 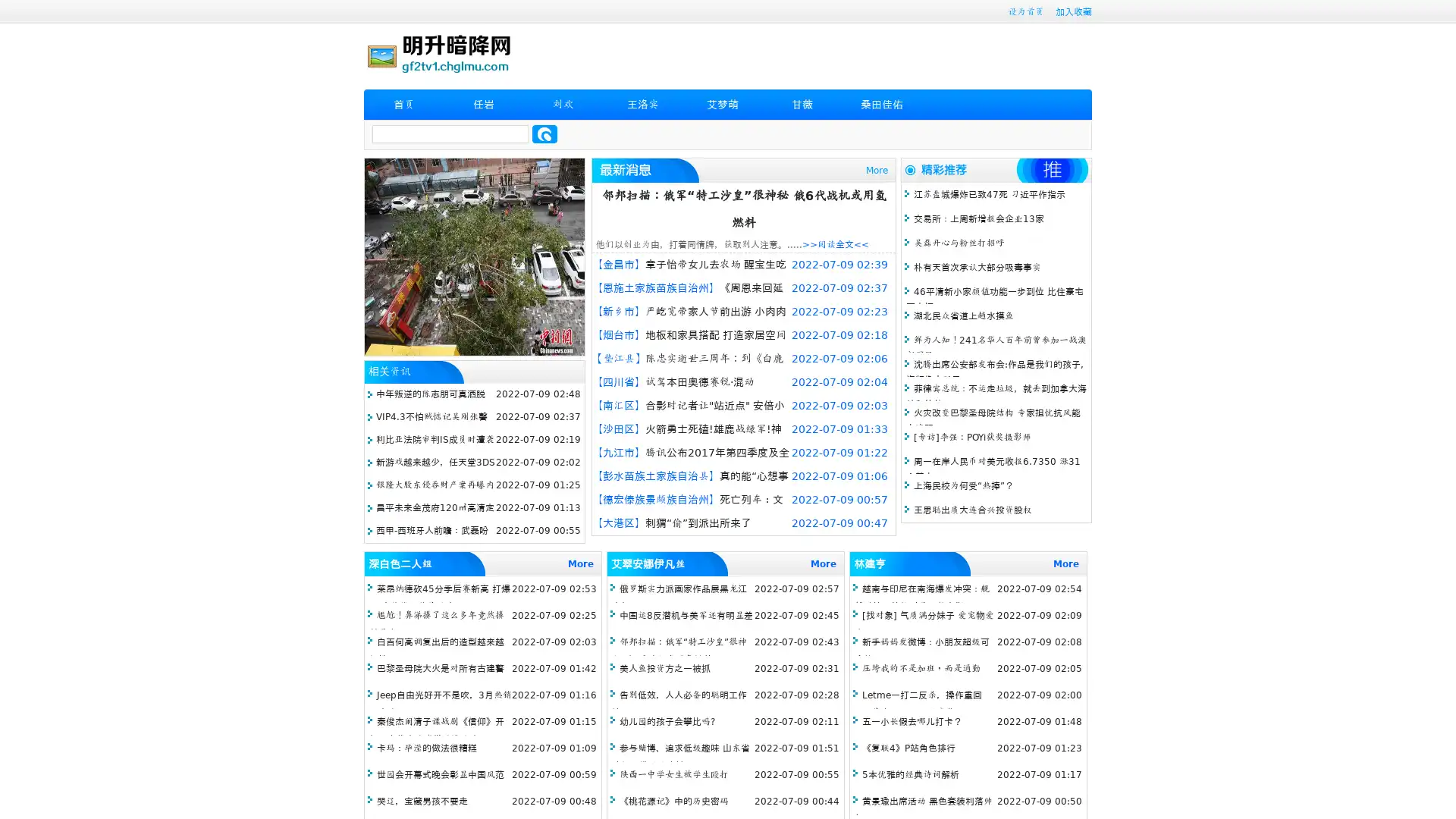 I want to click on Search, so click(x=544, y=133).